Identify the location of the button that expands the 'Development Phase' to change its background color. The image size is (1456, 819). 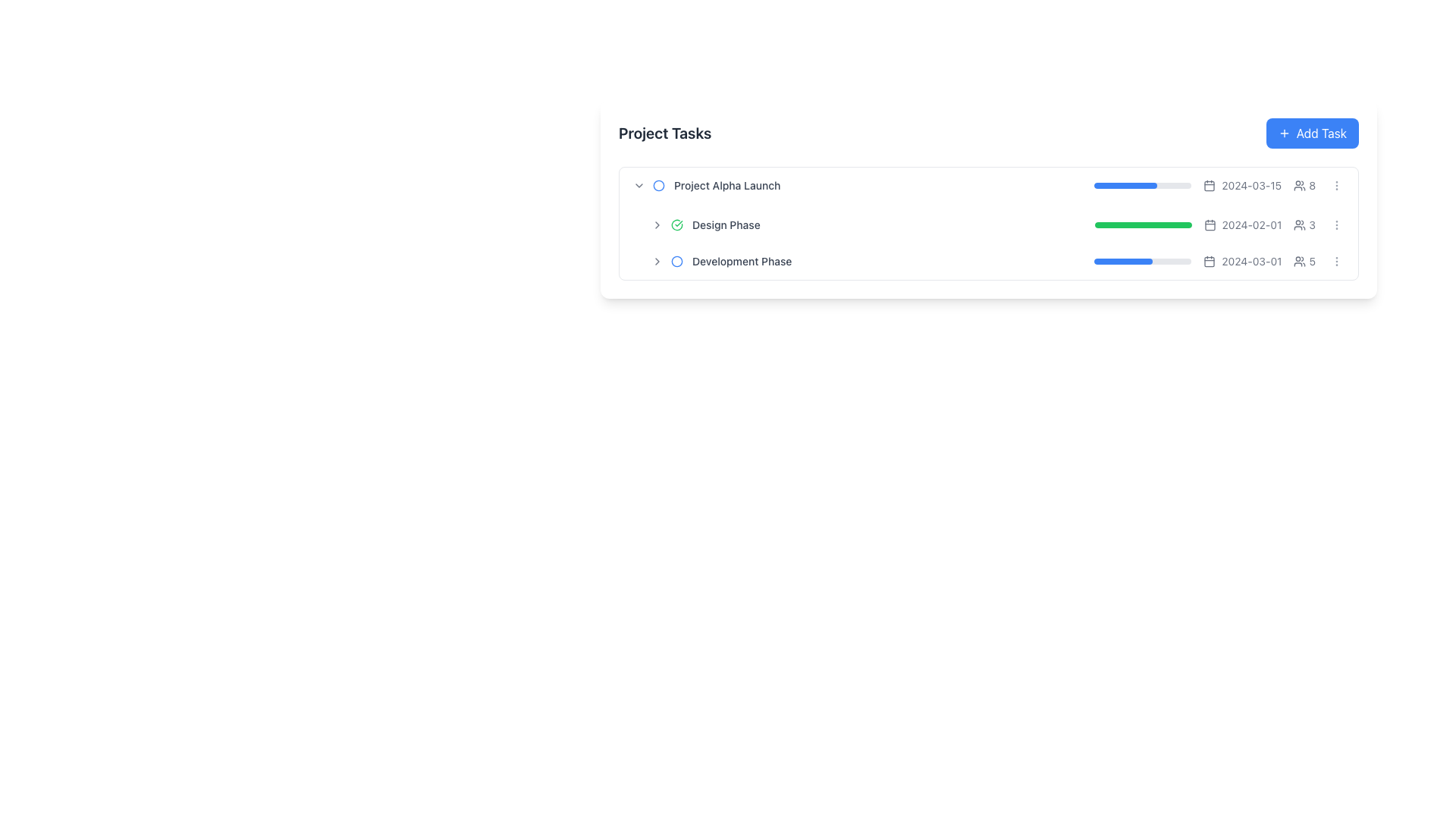
(657, 260).